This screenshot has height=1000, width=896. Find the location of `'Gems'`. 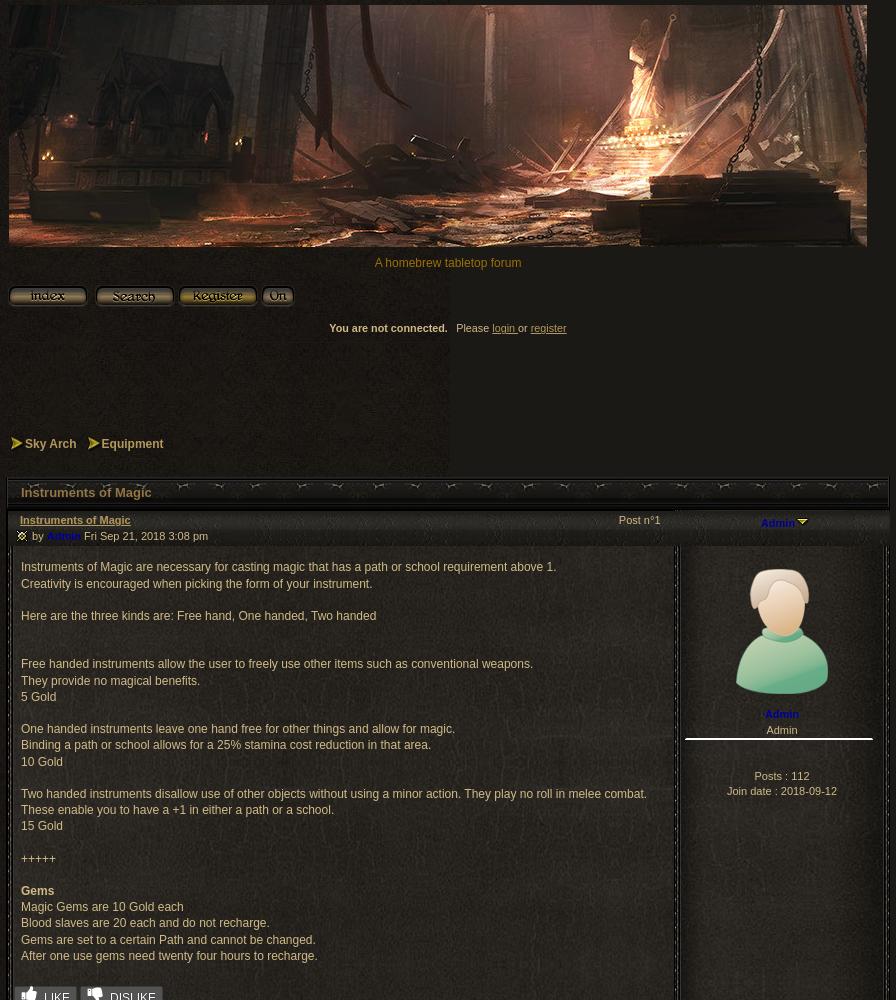

'Gems' is located at coordinates (37, 891).